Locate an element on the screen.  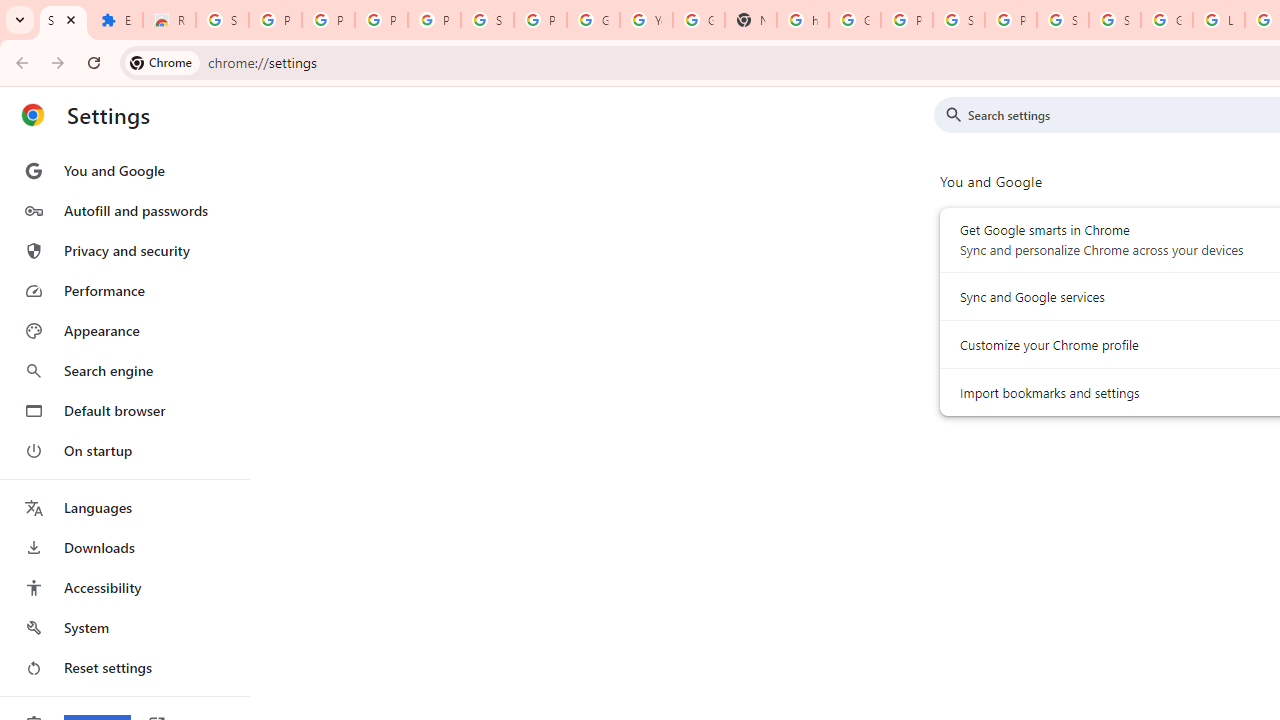
'Sign in - Google Accounts' is located at coordinates (1113, 20).